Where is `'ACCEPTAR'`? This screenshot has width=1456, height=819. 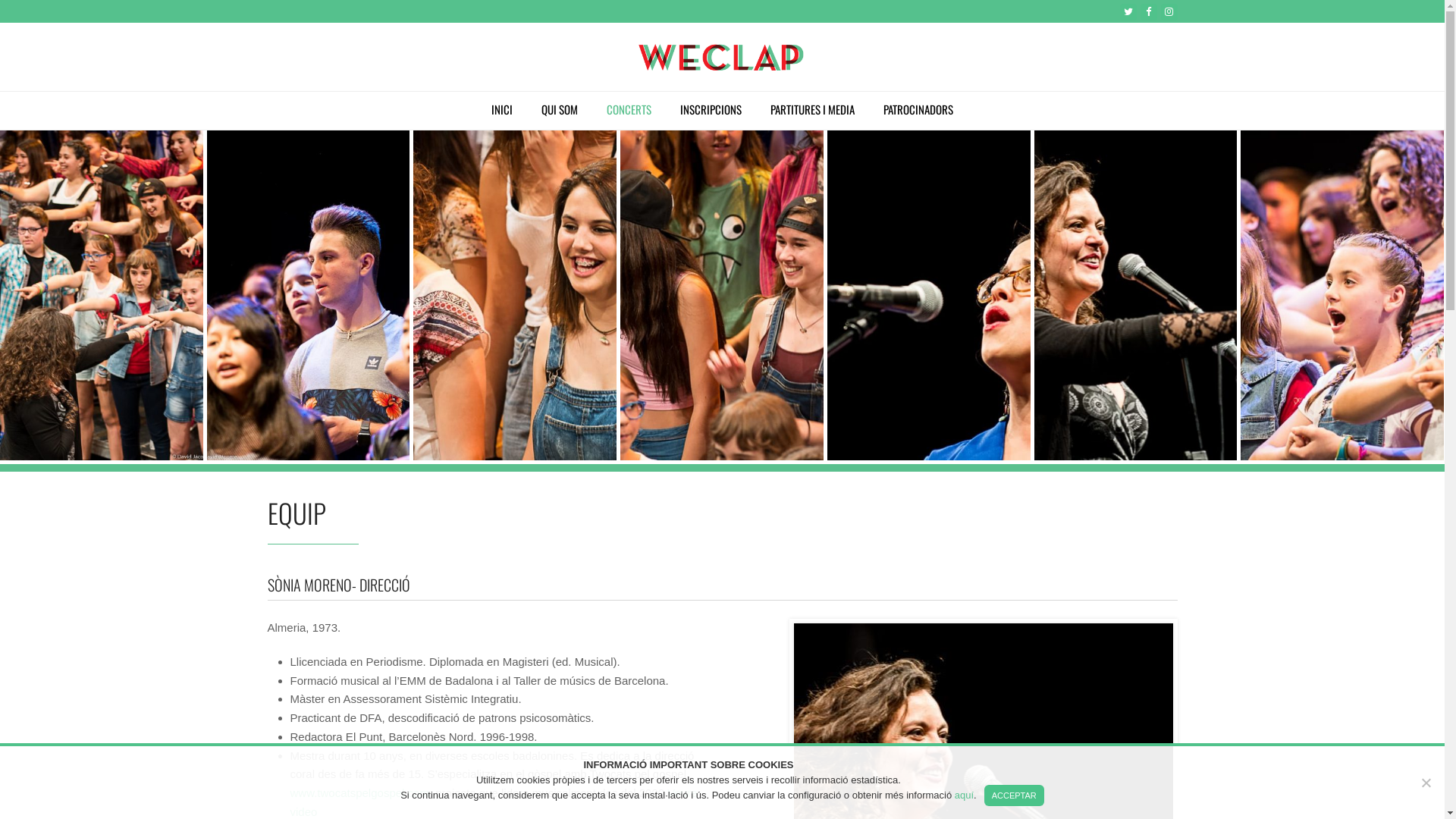 'ACCEPTAR' is located at coordinates (1014, 795).